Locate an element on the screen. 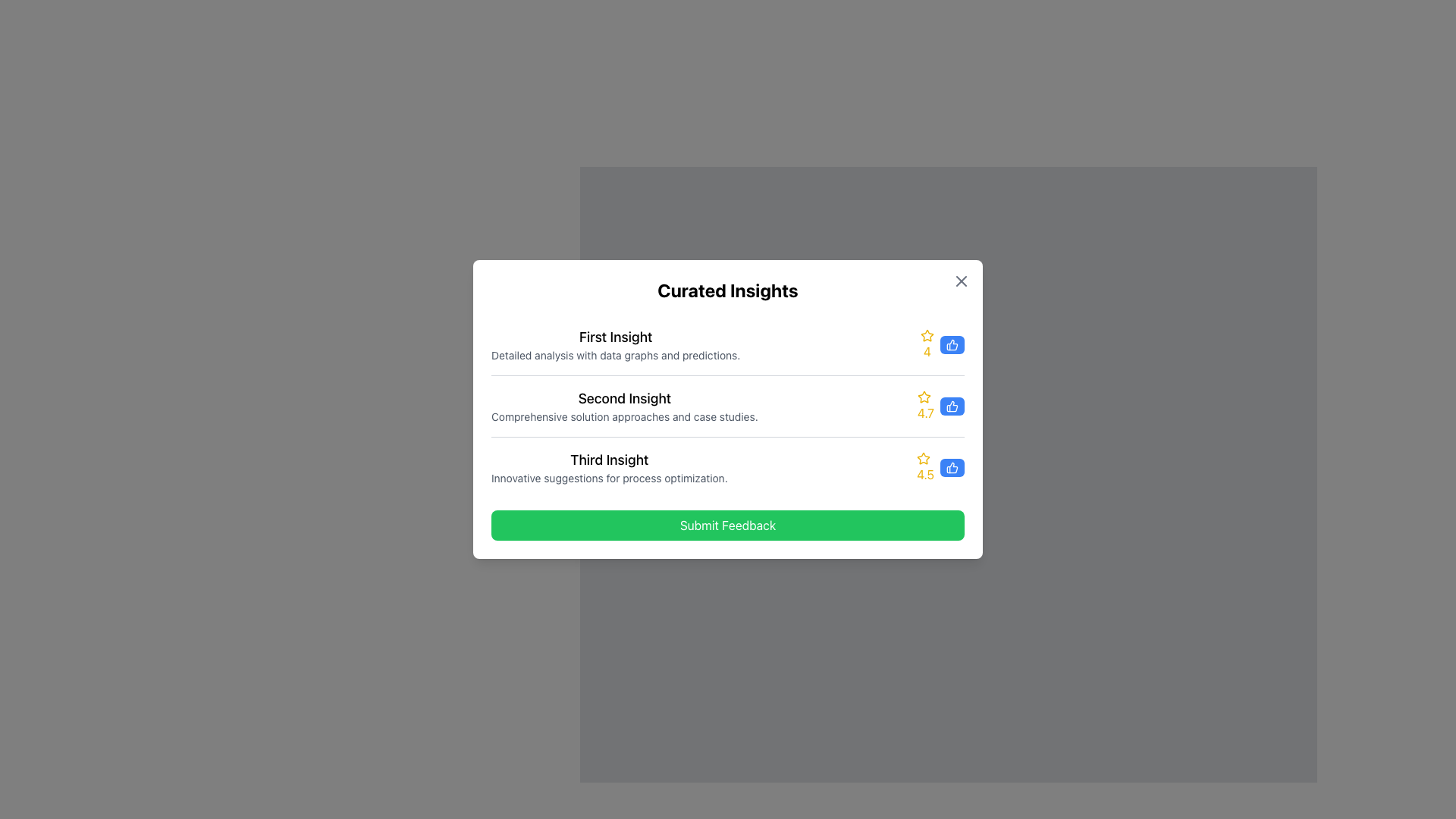  the thumbs-up icon of the Rating and feedback indicator for the 'Third Insight', which displays a rating of '4.5' is located at coordinates (940, 467).